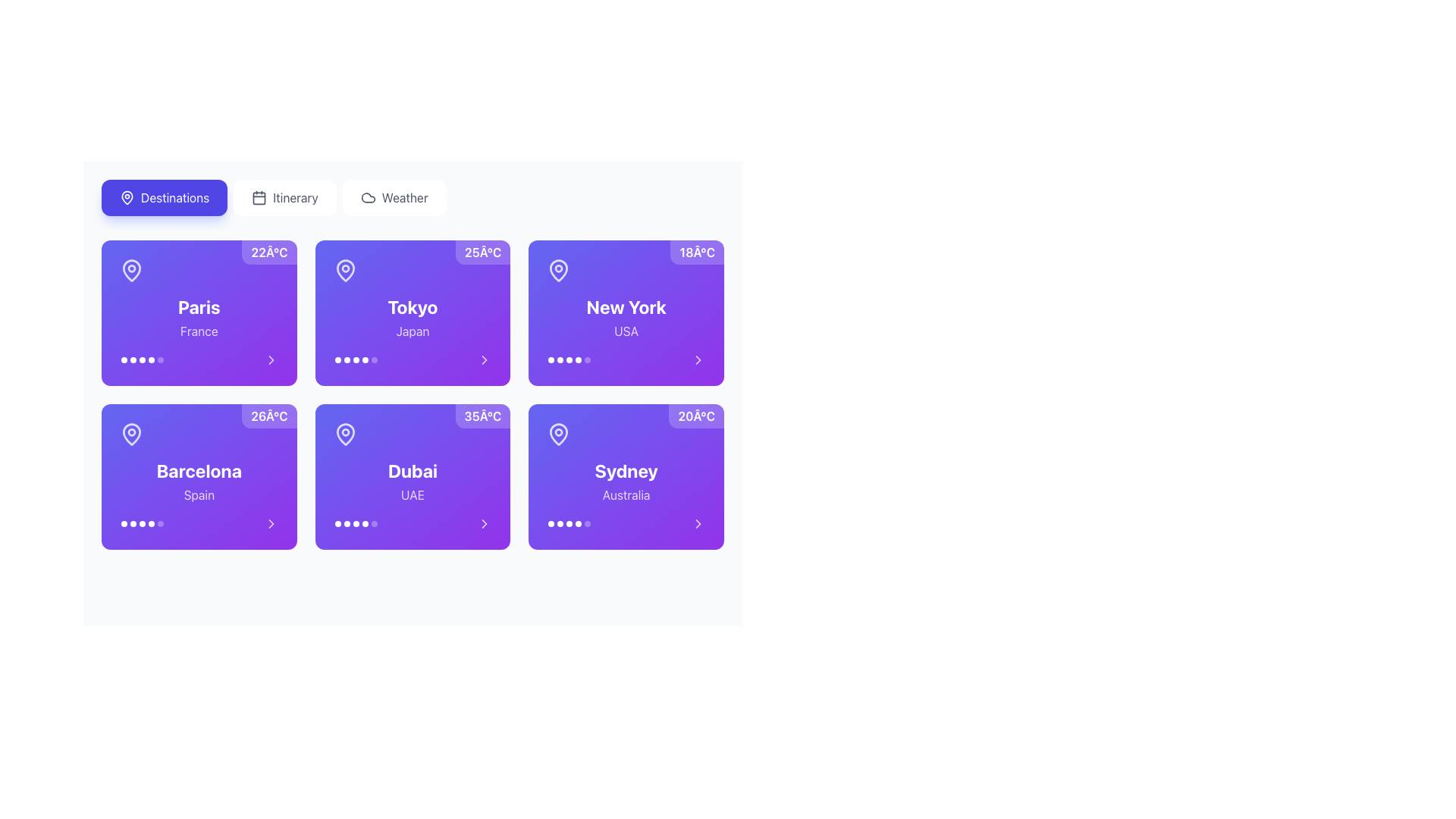 The width and height of the screenshot is (1456, 819). I want to click on the static text label displaying the temperature for the 'Tokyo' card, located in the upper-right corner of the card, so click(482, 251).